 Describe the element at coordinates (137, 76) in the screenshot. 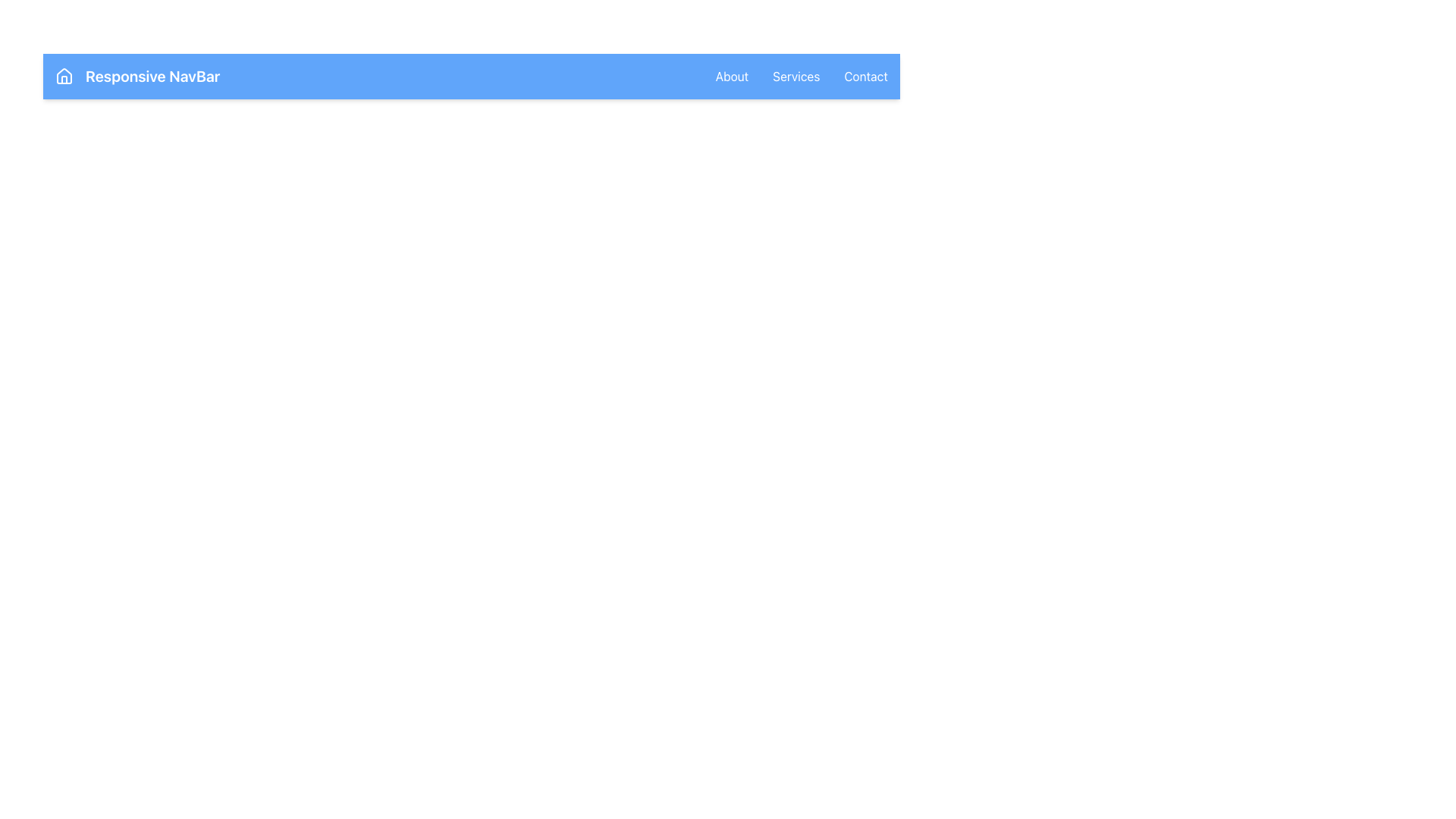

I see `the branding text element located` at that location.